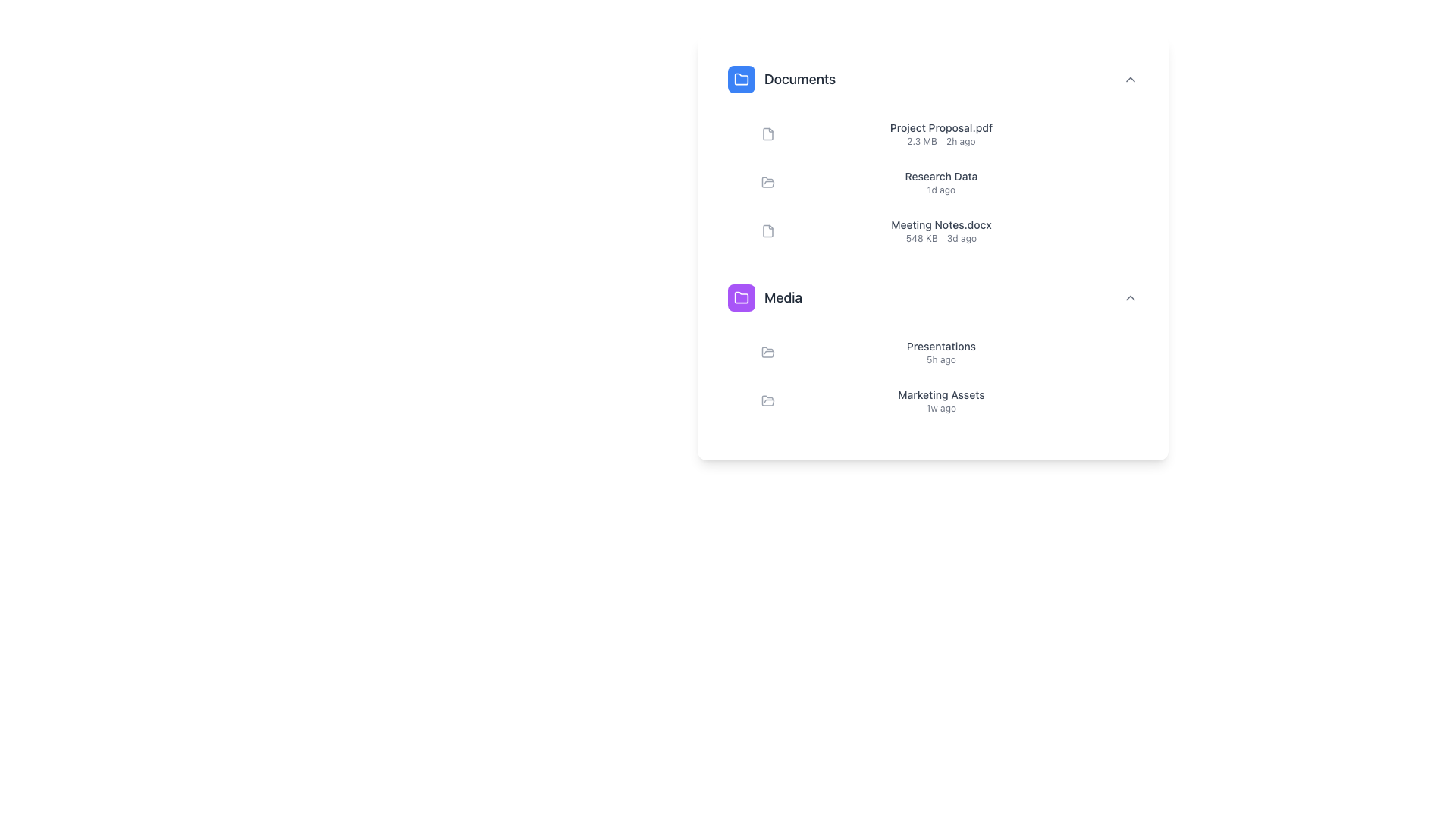 The height and width of the screenshot is (819, 1456). Describe the element at coordinates (767, 231) in the screenshot. I see `the document file icon for 'Meeting Notes.docx' located in the 'Documents' section, positioned at the far left side of the file listing` at that location.